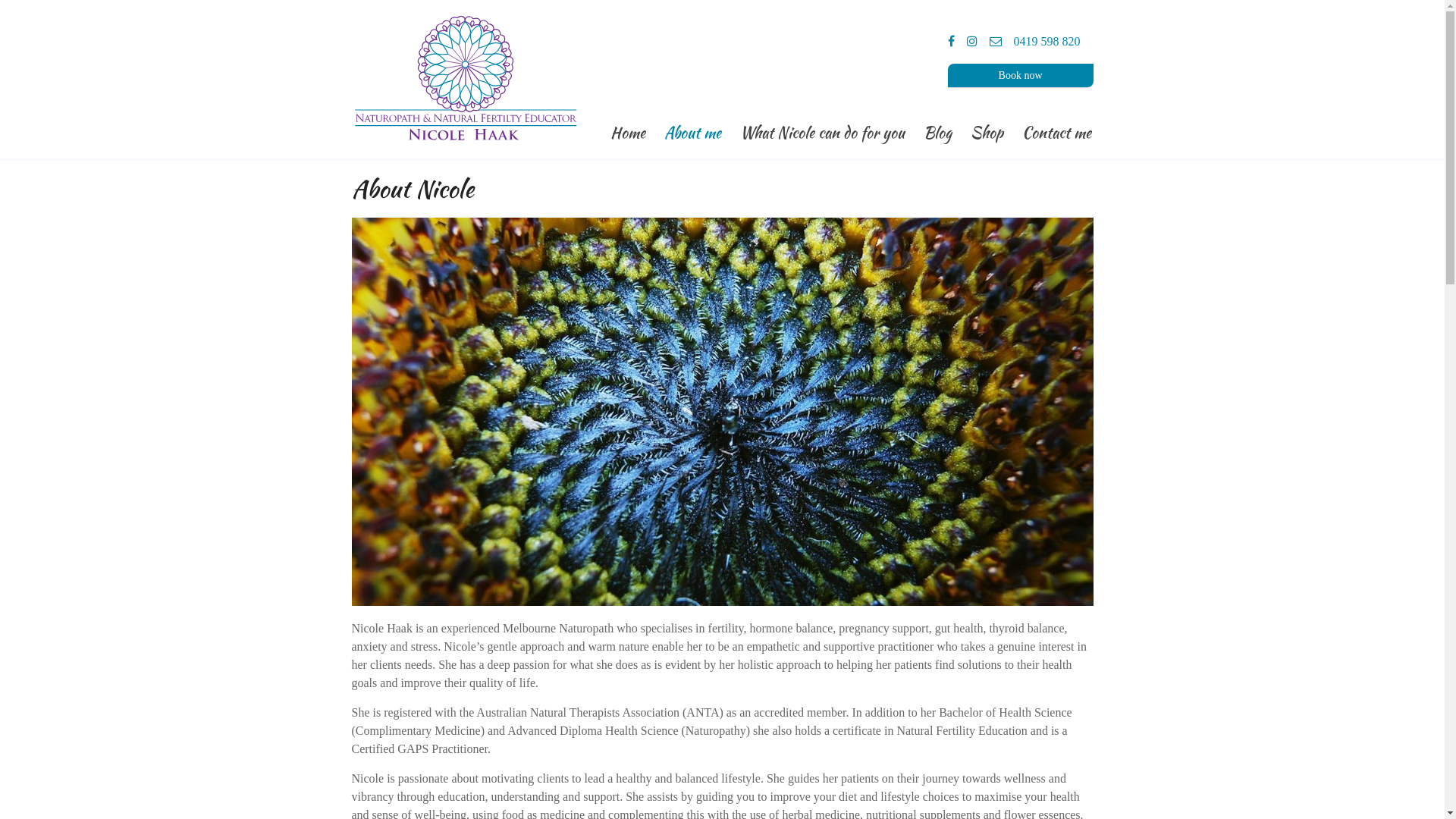 The image size is (1456, 819). What do you see at coordinates (987, 130) in the screenshot?
I see `'Shop'` at bounding box center [987, 130].